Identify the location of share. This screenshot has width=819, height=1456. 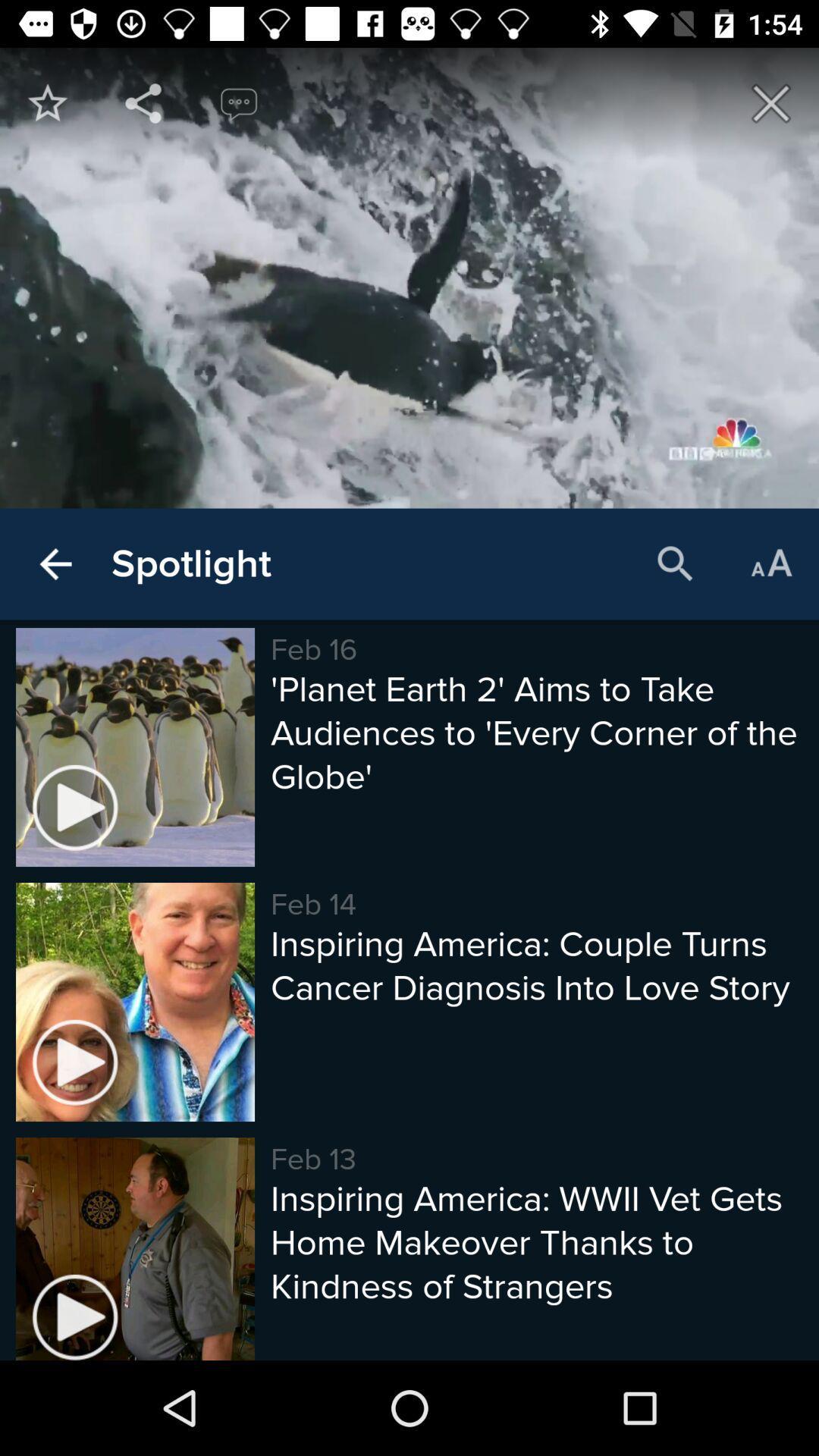
(143, 102).